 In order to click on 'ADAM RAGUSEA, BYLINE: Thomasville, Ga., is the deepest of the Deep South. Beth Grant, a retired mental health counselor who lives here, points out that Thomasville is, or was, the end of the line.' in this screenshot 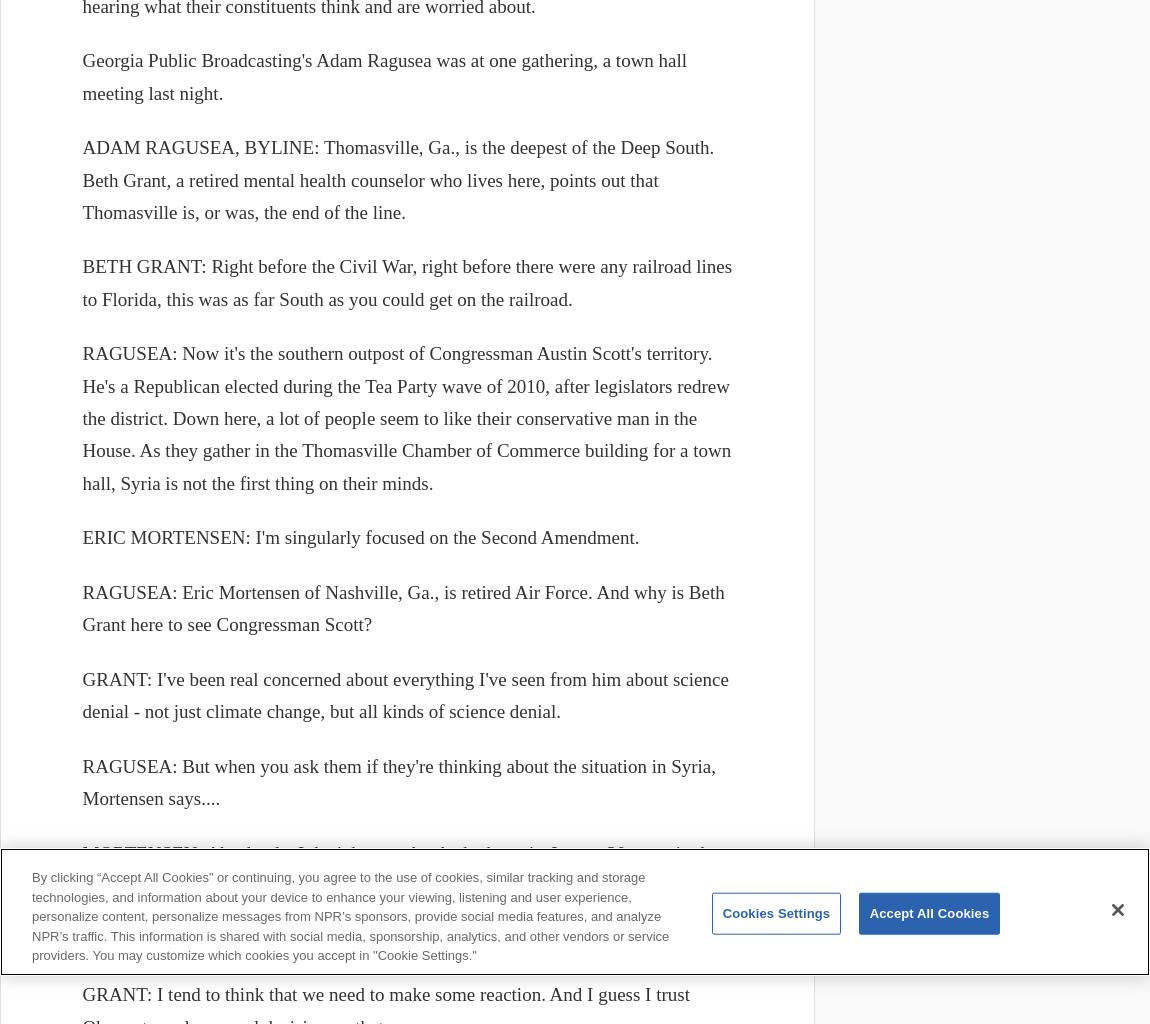, I will do `click(398, 179)`.